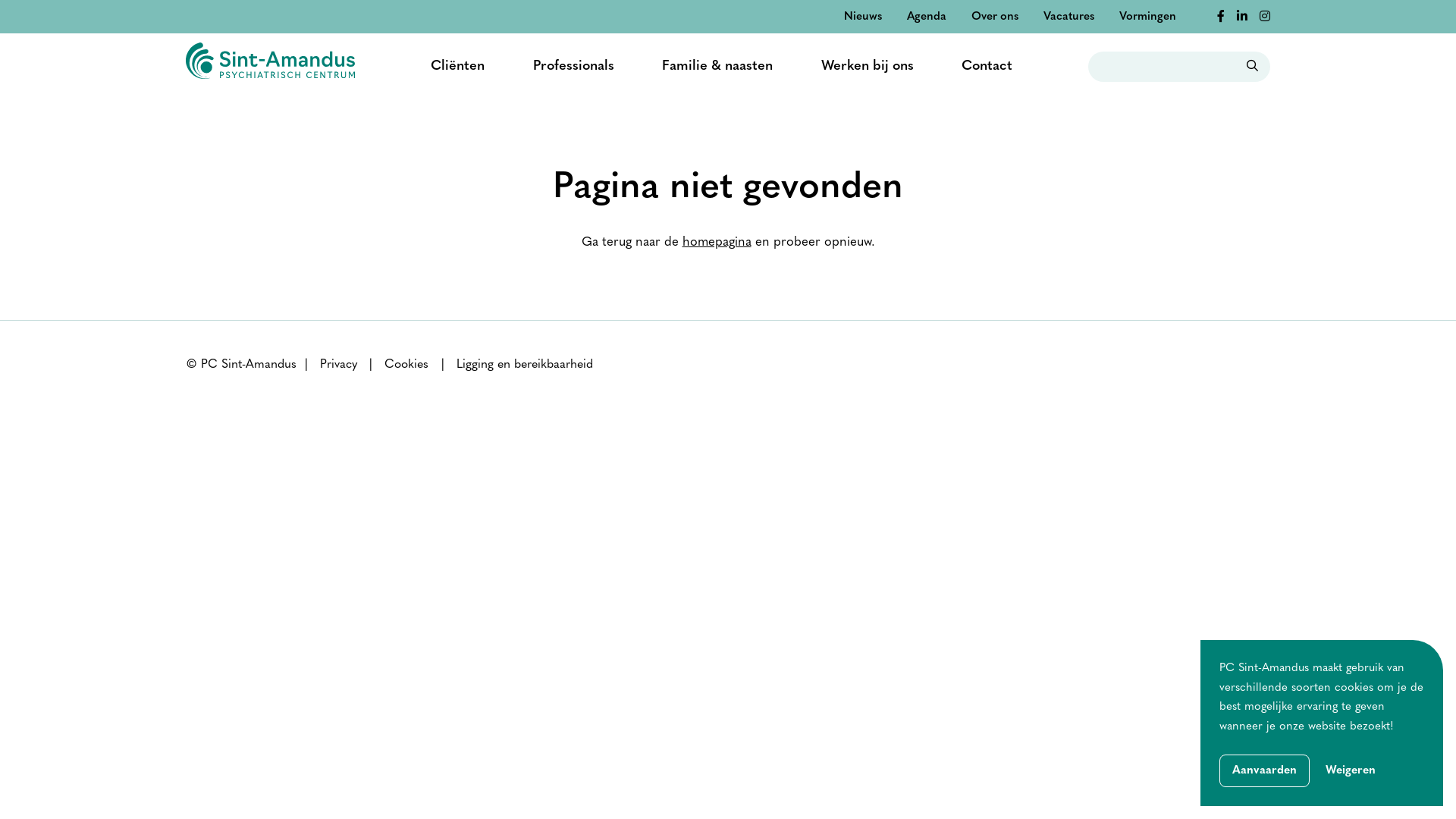  What do you see at coordinates (843, 17) in the screenshot?
I see `'Nieuws'` at bounding box center [843, 17].